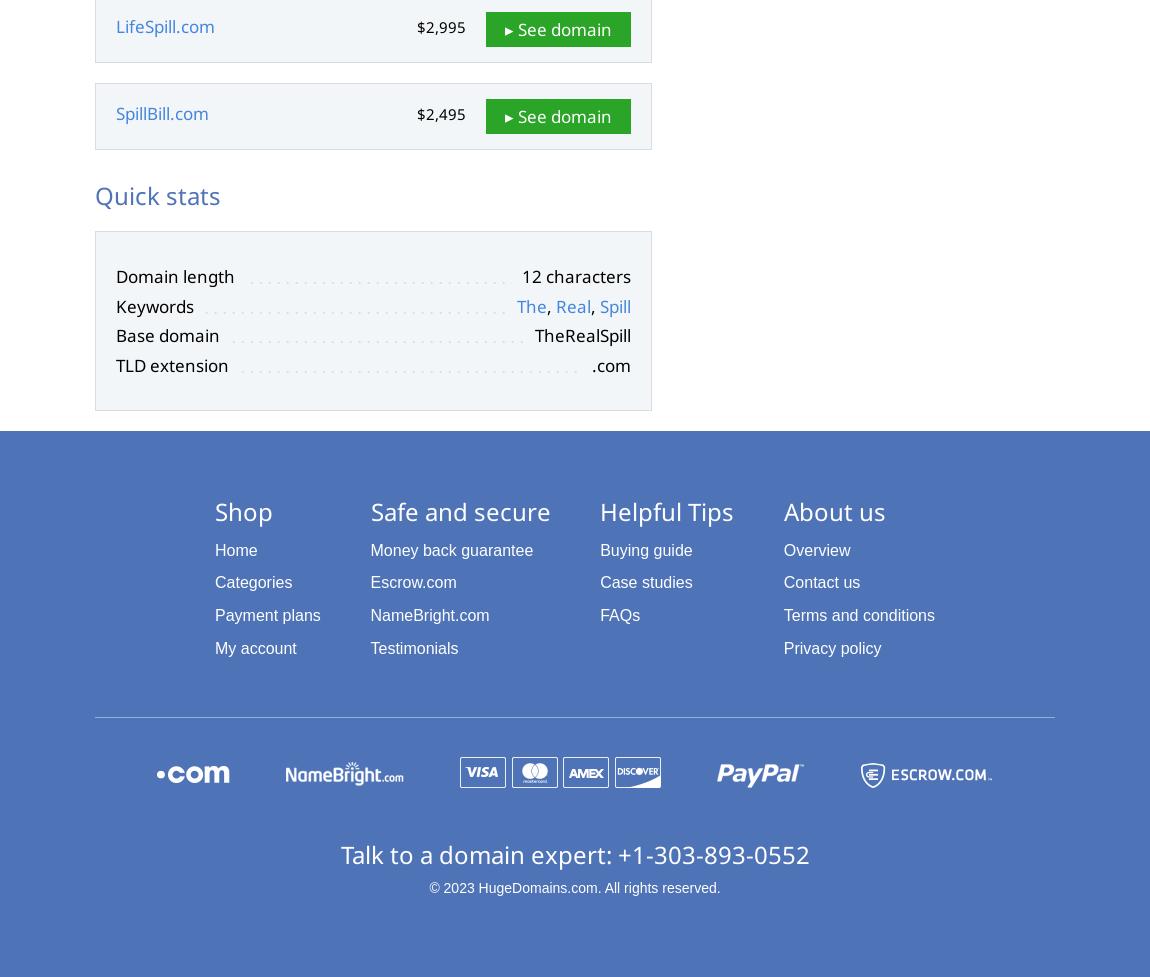 This screenshot has width=1150, height=977. Describe the element at coordinates (164, 26) in the screenshot. I see `'LifeSpill.com'` at that location.